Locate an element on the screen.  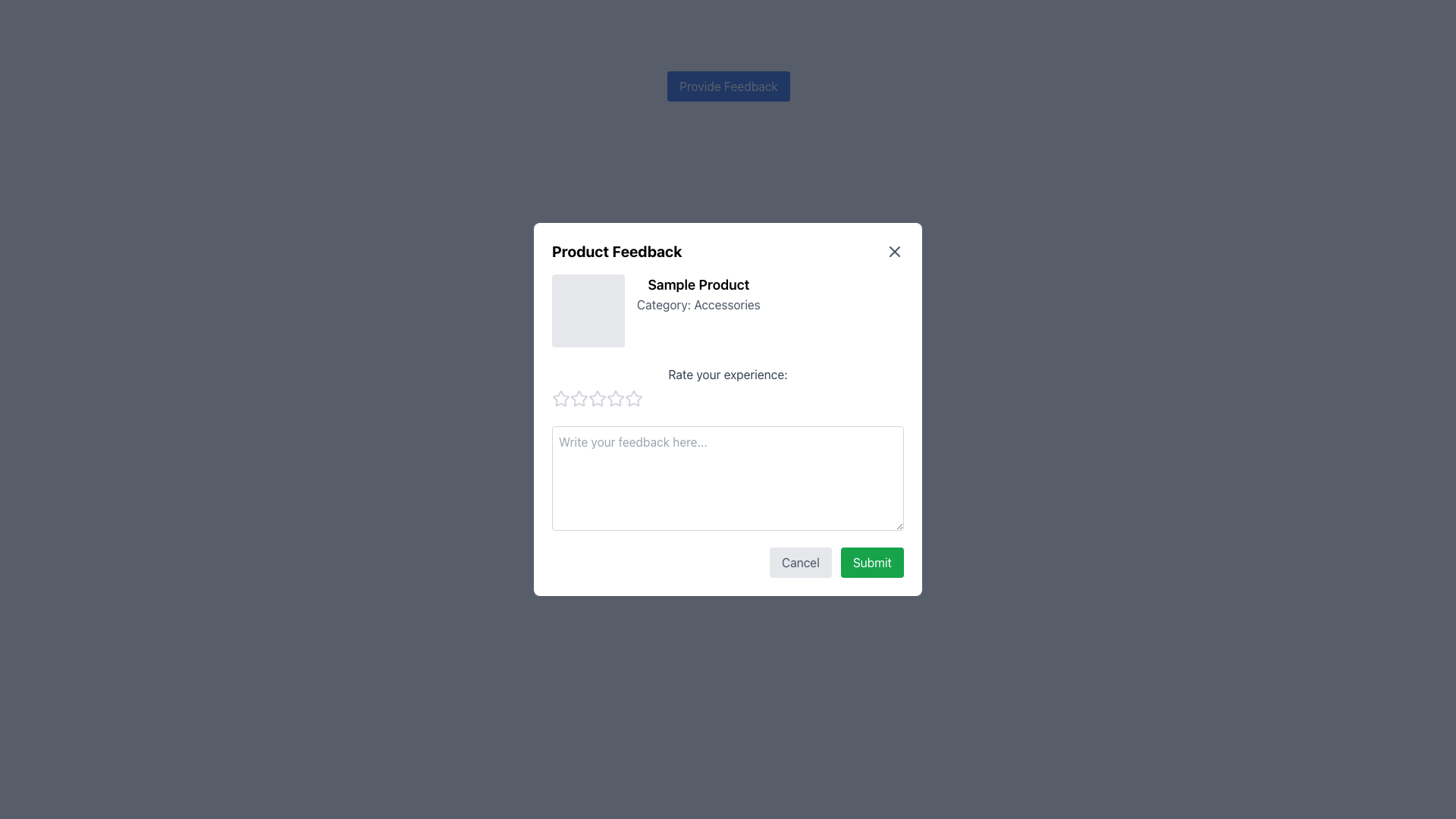
the 'Cancel' button, which is a rectangular button with a light gray background and dark gray text, located to the left of the 'Submit' button in the bottom-right of the modal is located at coordinates (799, 562).